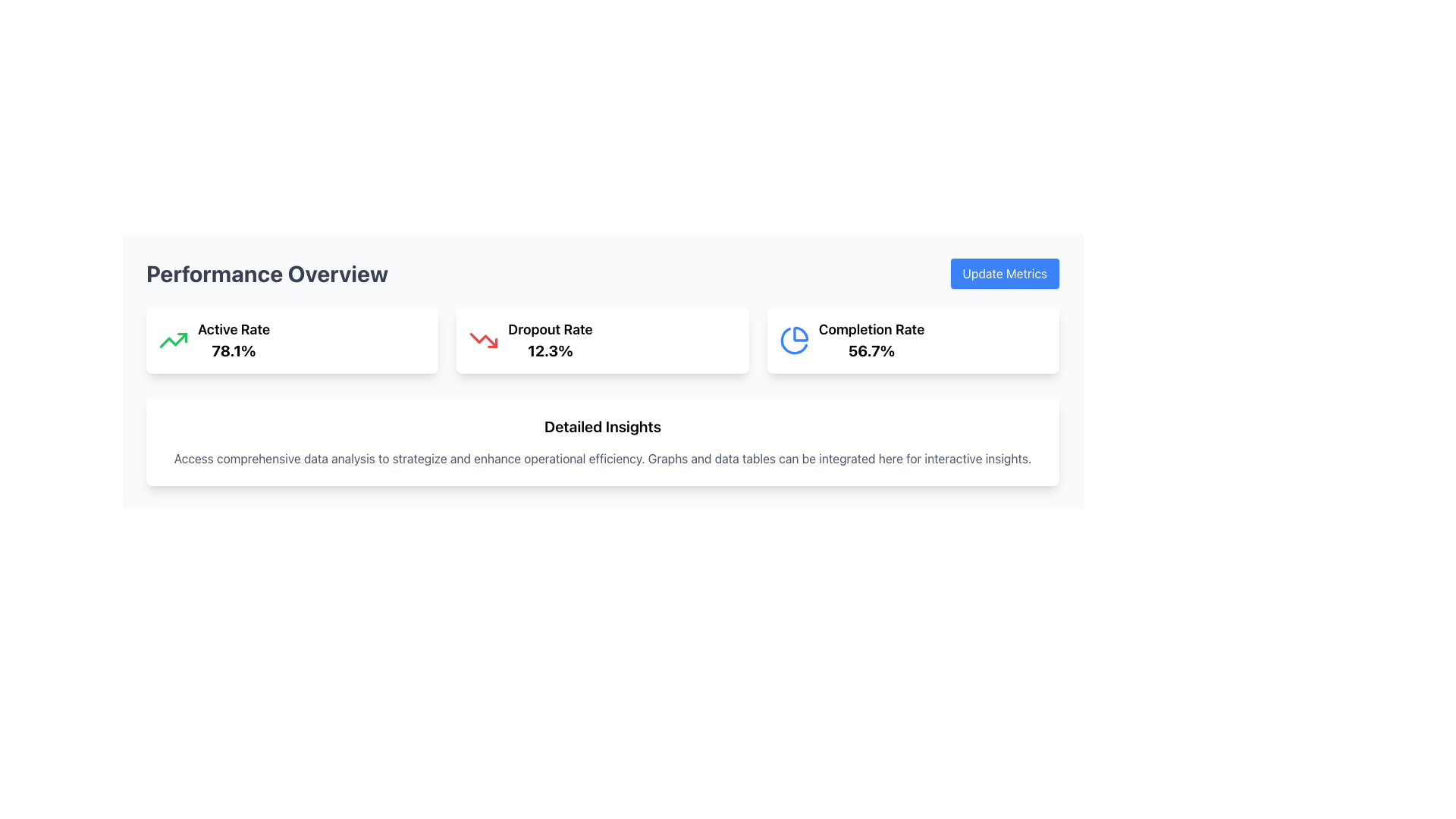 The width and height of the screenshot is (1456, 819). Describe the element at coordinates (483, 339) in the screenshot. I see `downward trend icon located at the center of the 'Dropout Rate' card in the 'Performance Overview' section` at that location.